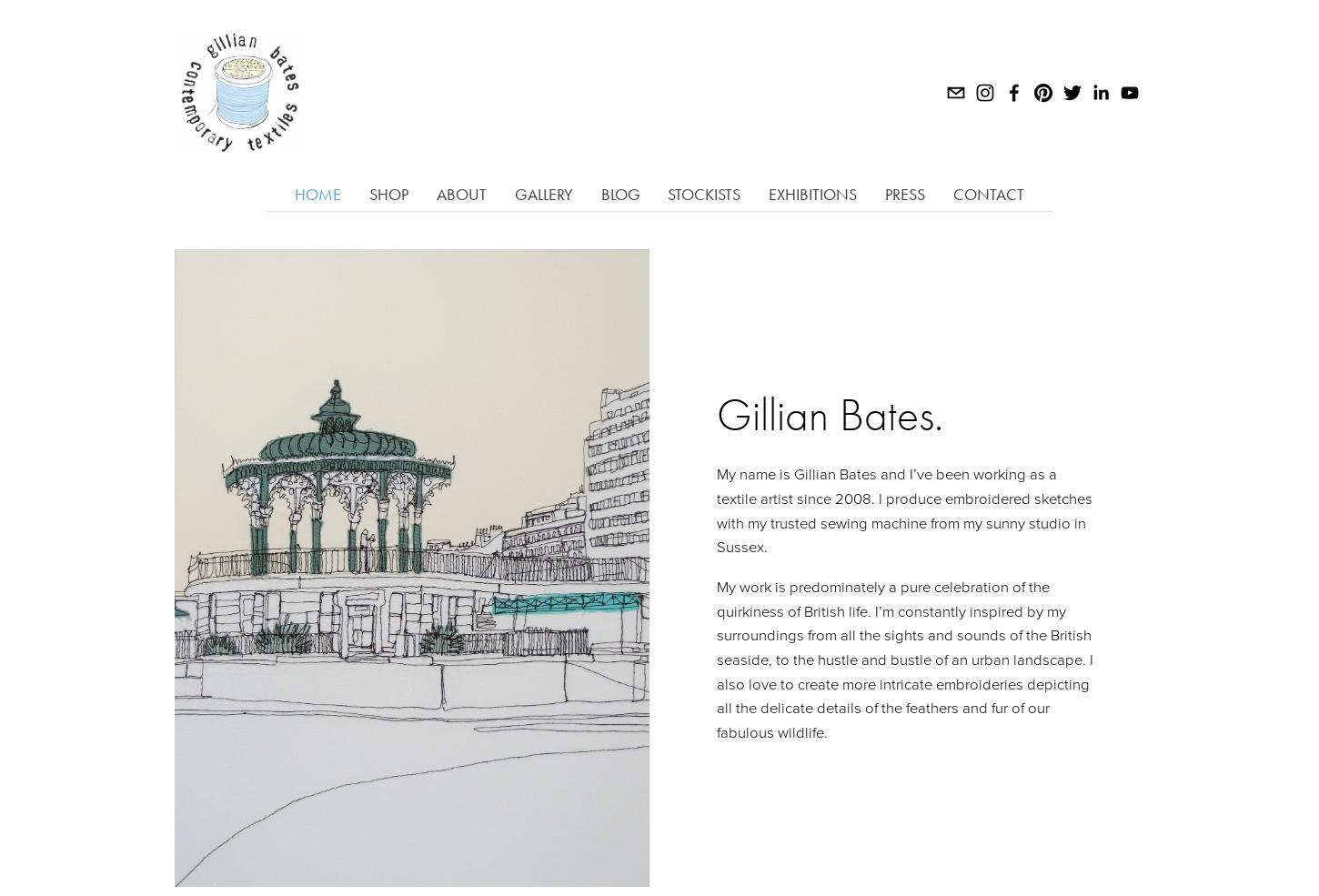 This screenshot has height=896, width=1319. I want to click on 'Contact', so click(989, 193).